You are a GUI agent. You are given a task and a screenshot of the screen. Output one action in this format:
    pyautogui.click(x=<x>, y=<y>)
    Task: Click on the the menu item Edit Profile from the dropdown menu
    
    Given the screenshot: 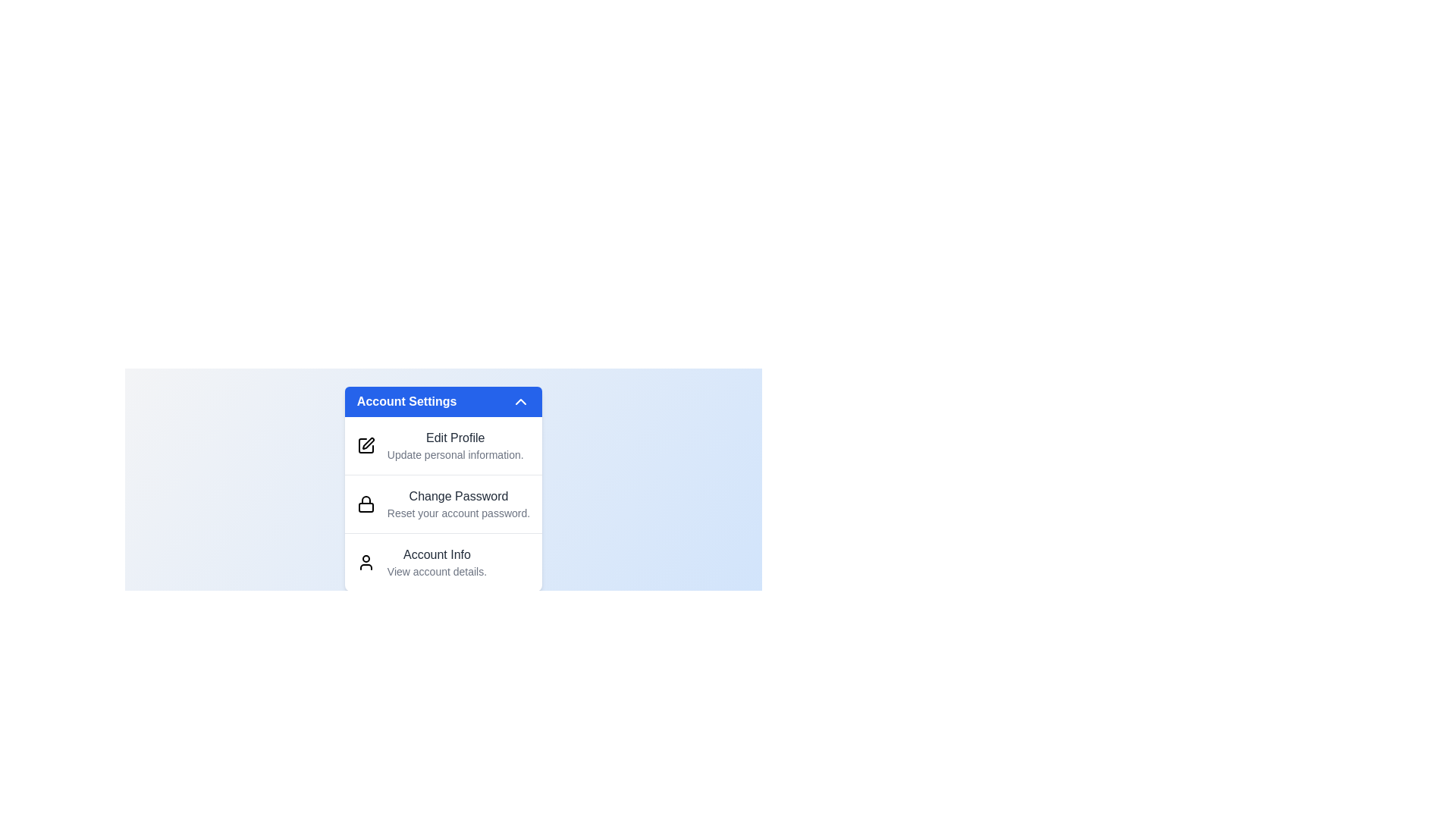 What is the action you would take?
    pyautogui.click(x=443, y=444)
    